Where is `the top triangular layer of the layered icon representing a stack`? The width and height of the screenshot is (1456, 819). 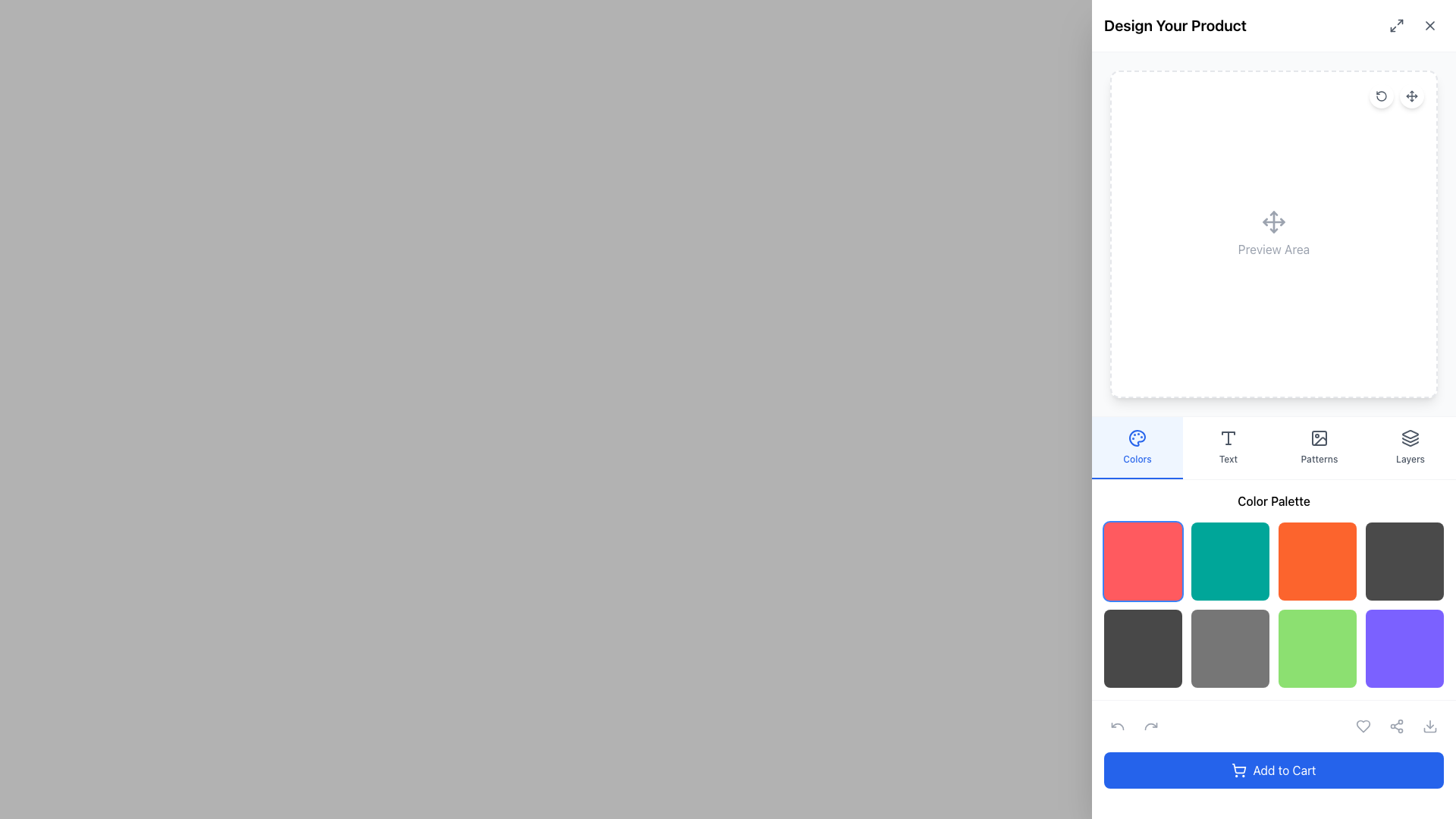
the top triangular layer of the layered icon representing a stack is located at coordinates (1410, 435).